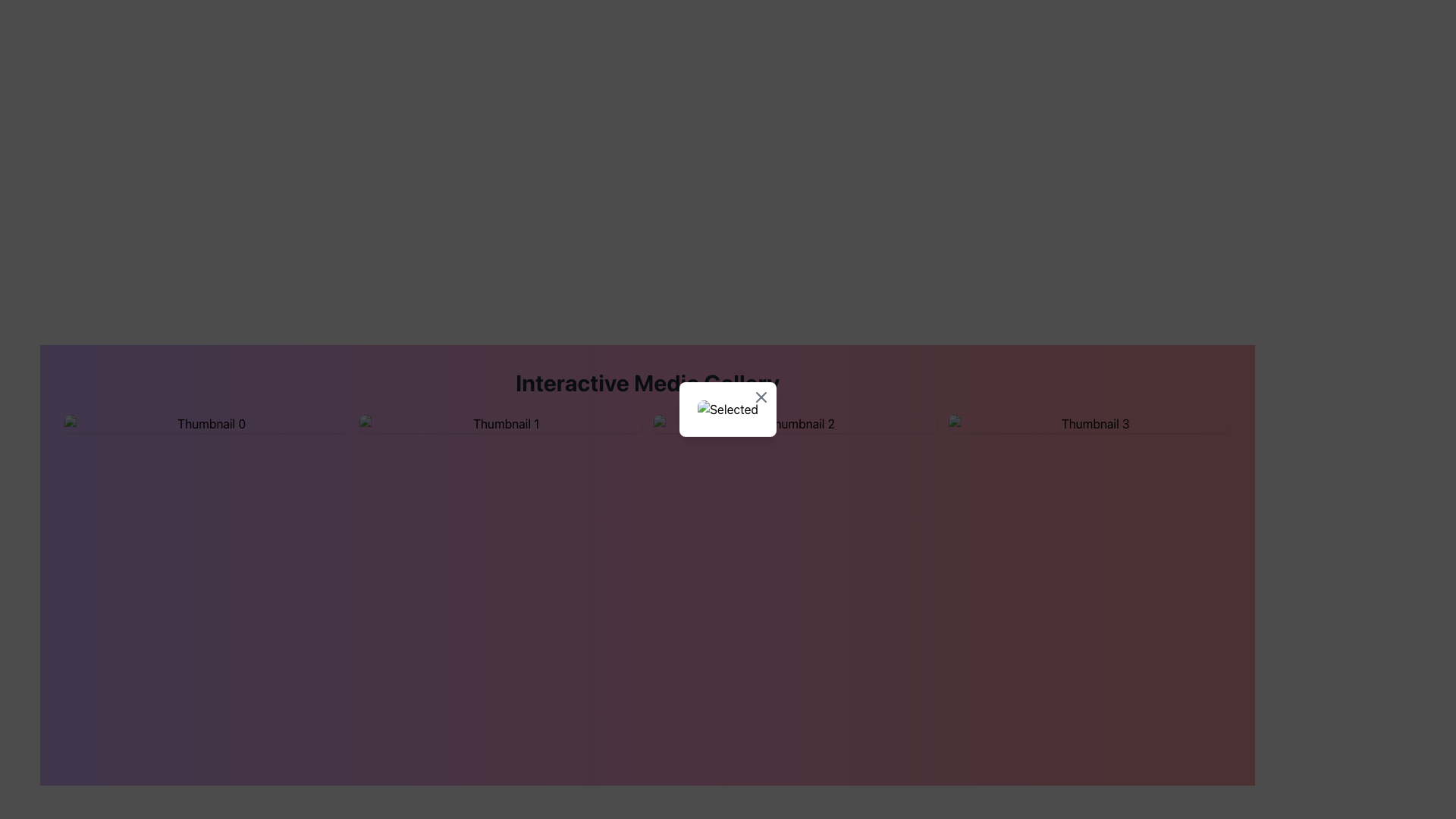 Image resolution: width=1456 pixels, height=819 pixels. What do you see at coordinates (648, 382) in the screenshot?
I see `text heading that says 'Interactive Media Gallery', which is styled in large, bold dark gray text over a gradient background` at bounding box center [648, 382].